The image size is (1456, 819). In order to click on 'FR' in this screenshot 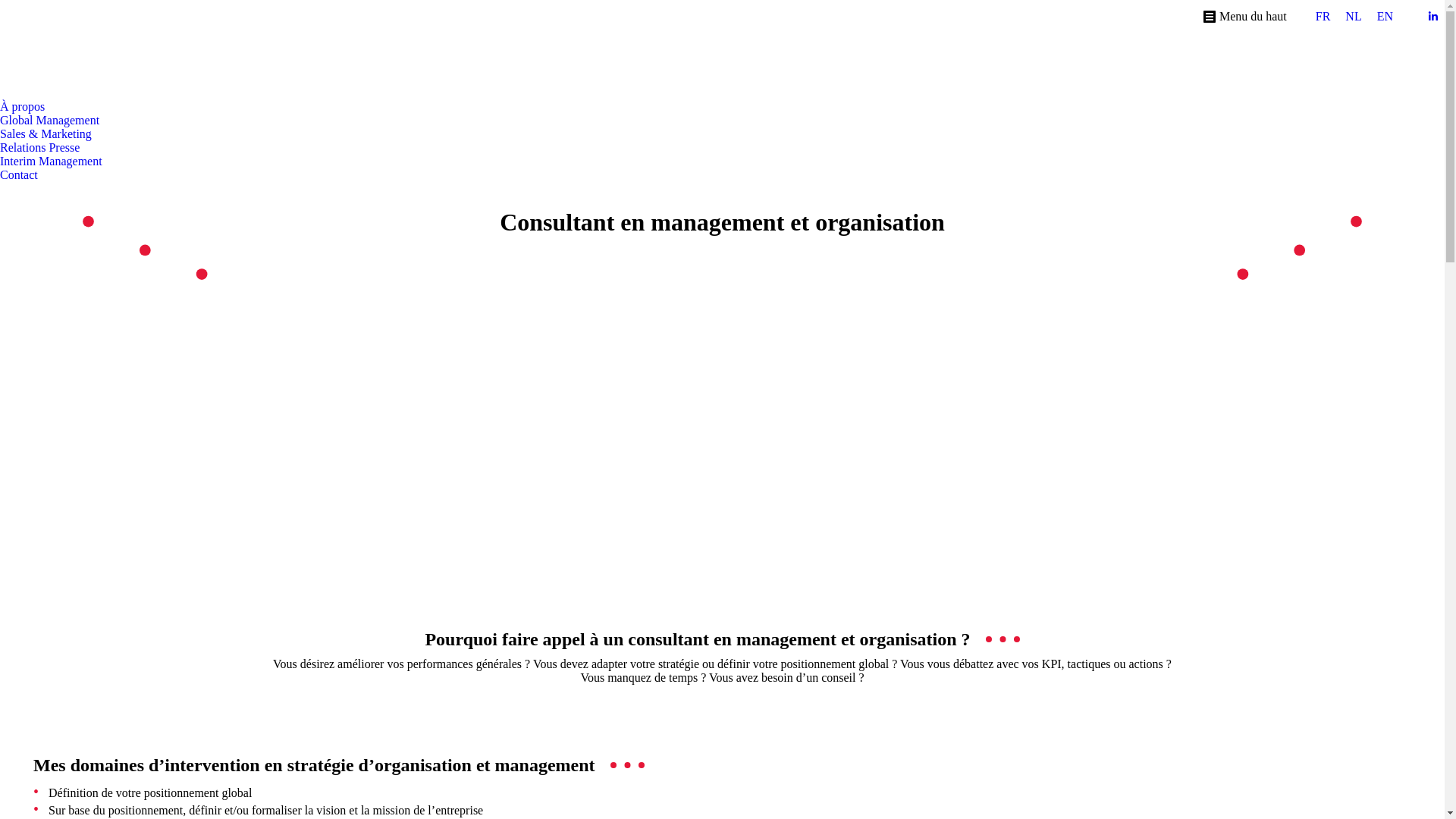, I will do `click(1307, 17)`.